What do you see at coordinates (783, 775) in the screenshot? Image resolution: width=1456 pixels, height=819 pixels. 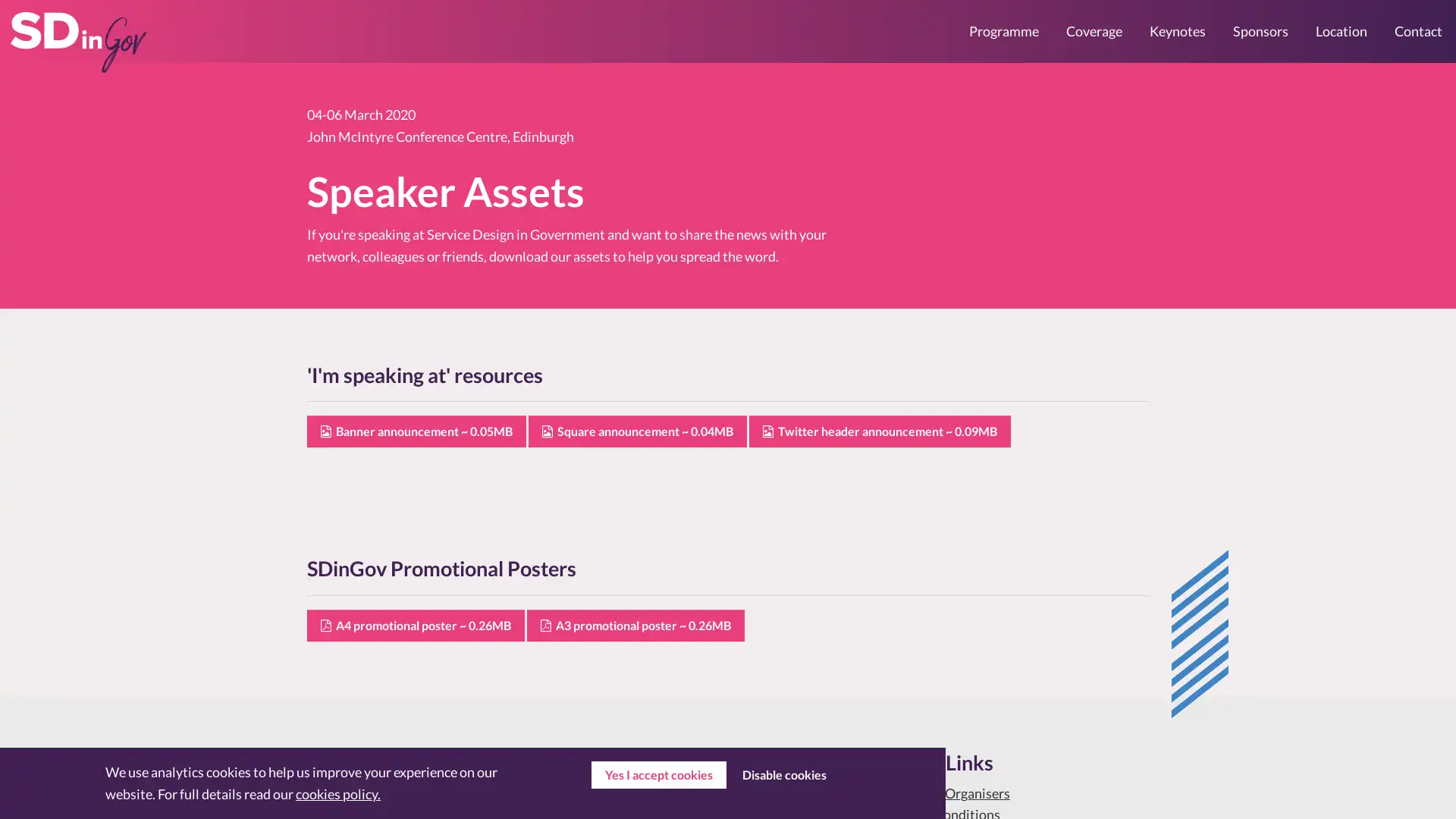 I see `Disable cookies` at bounding box center [783, 775].